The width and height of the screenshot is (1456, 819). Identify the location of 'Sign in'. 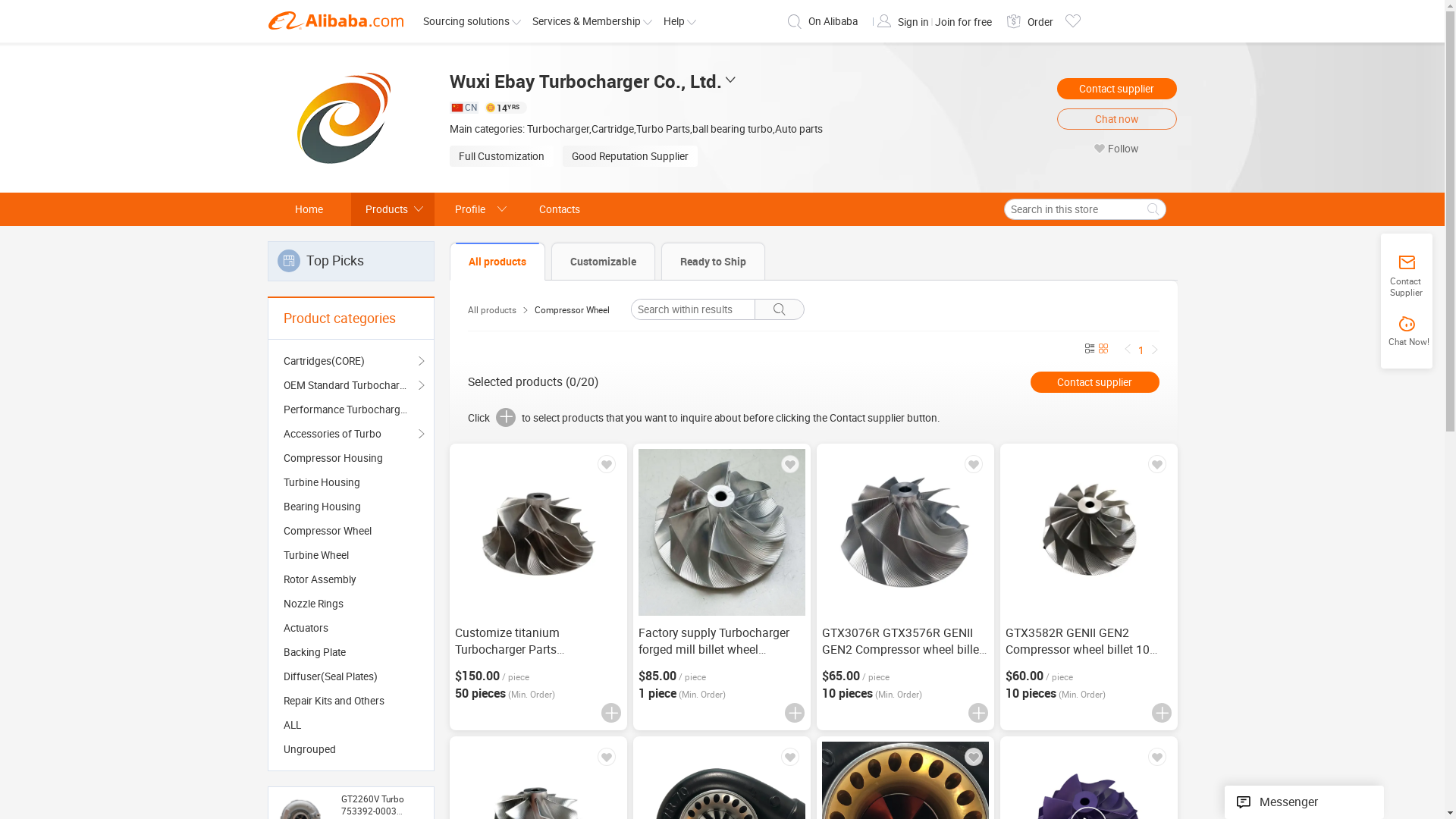
(913, 22).